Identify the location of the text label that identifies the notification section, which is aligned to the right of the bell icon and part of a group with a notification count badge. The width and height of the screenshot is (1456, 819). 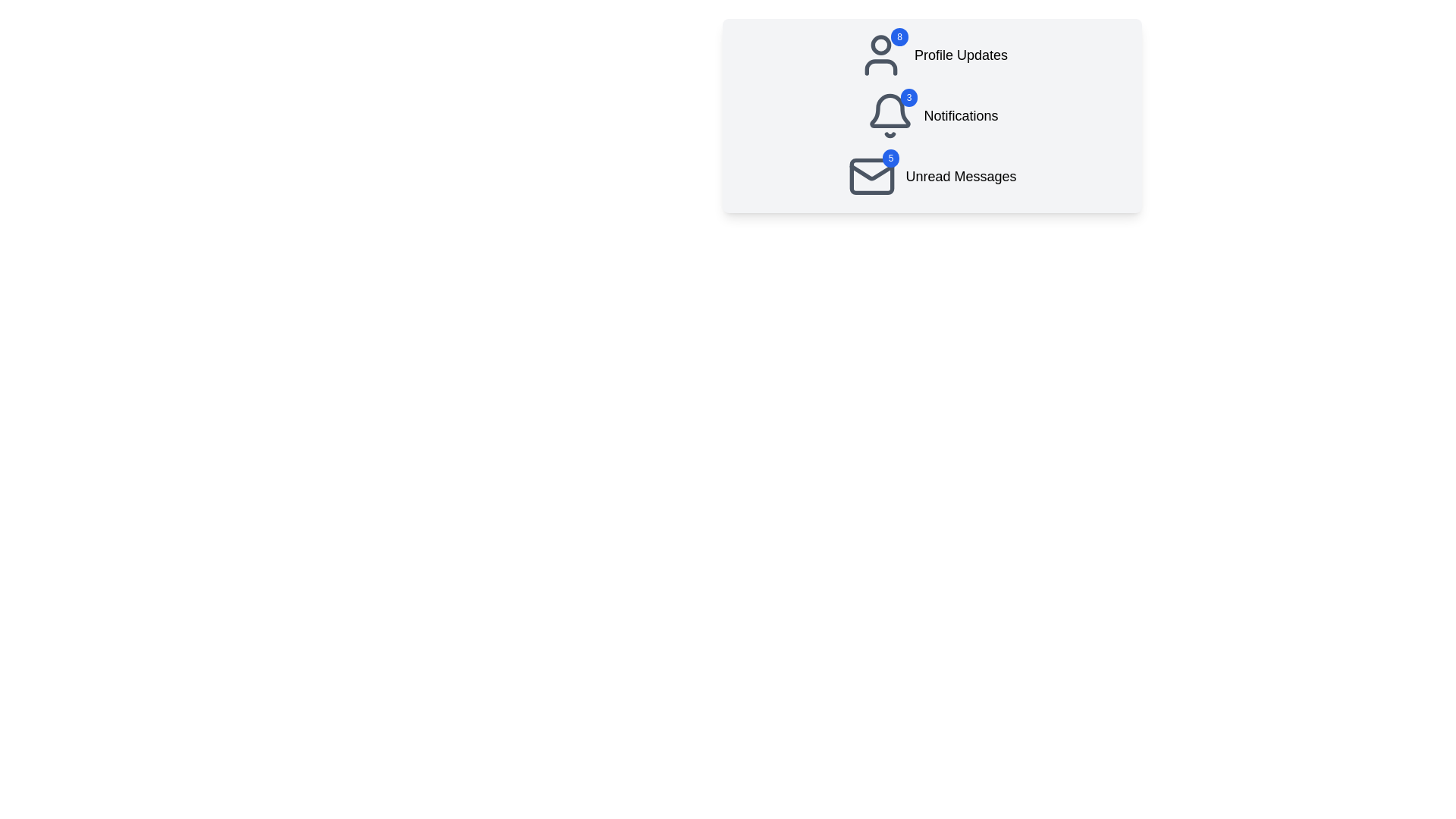
(960, 115).